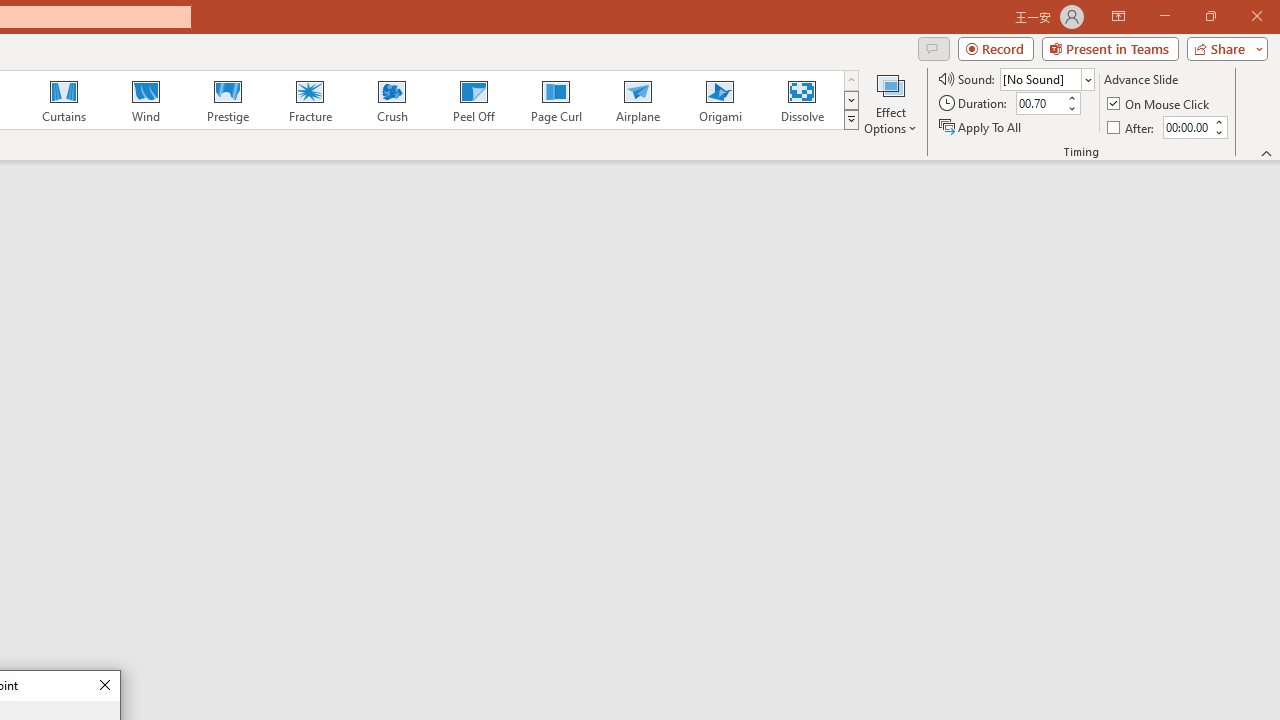 This screenshot has height=720, width=1280. Describe the element at coordinates (391, 100) in the screenshot. I see `'Crush'` at that location.